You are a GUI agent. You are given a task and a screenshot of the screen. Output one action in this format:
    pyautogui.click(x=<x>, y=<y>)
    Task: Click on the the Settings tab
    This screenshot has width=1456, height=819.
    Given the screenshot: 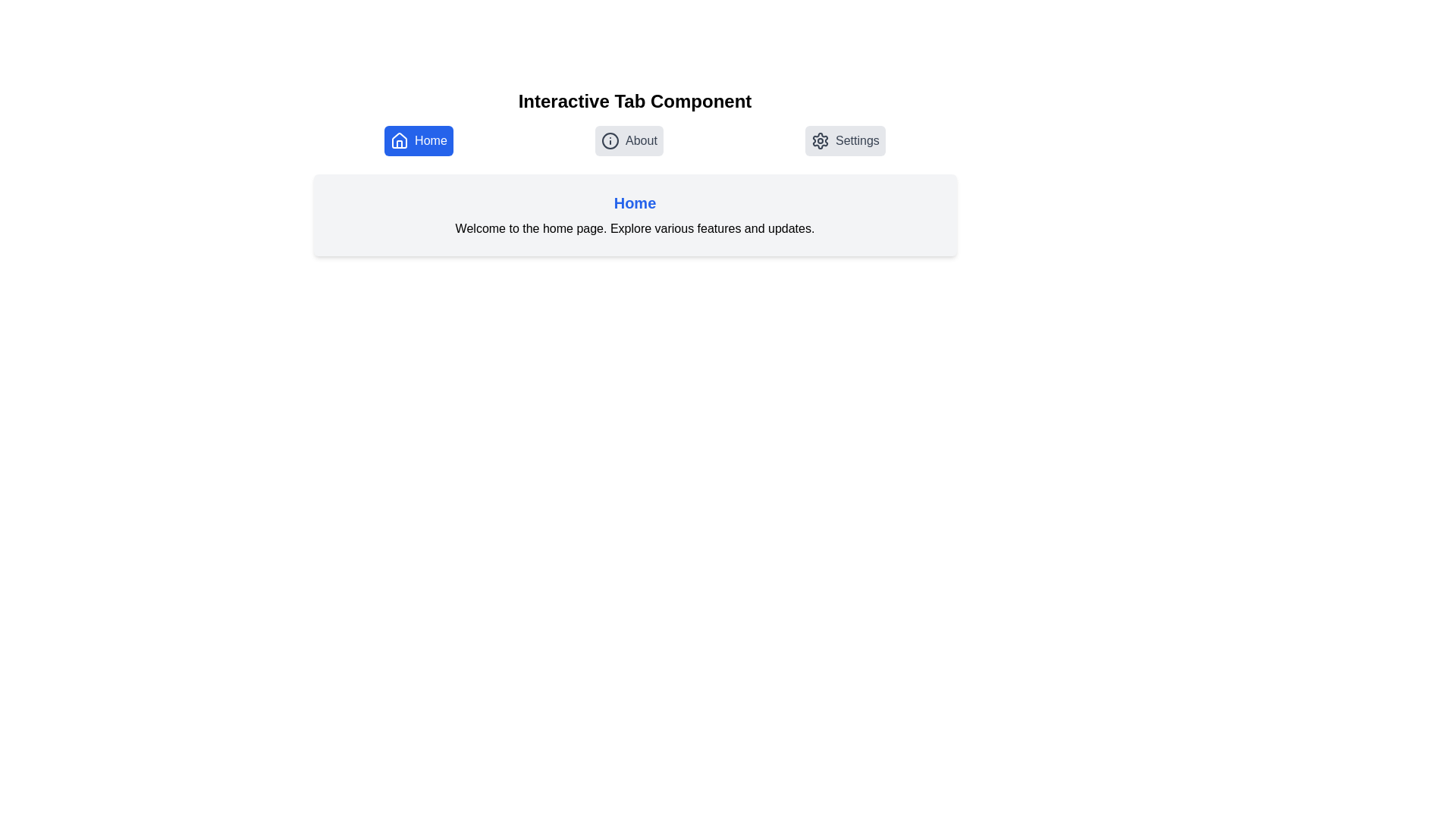 What is the action you would take?
    pyautogui.click(x=844, y=140)
    